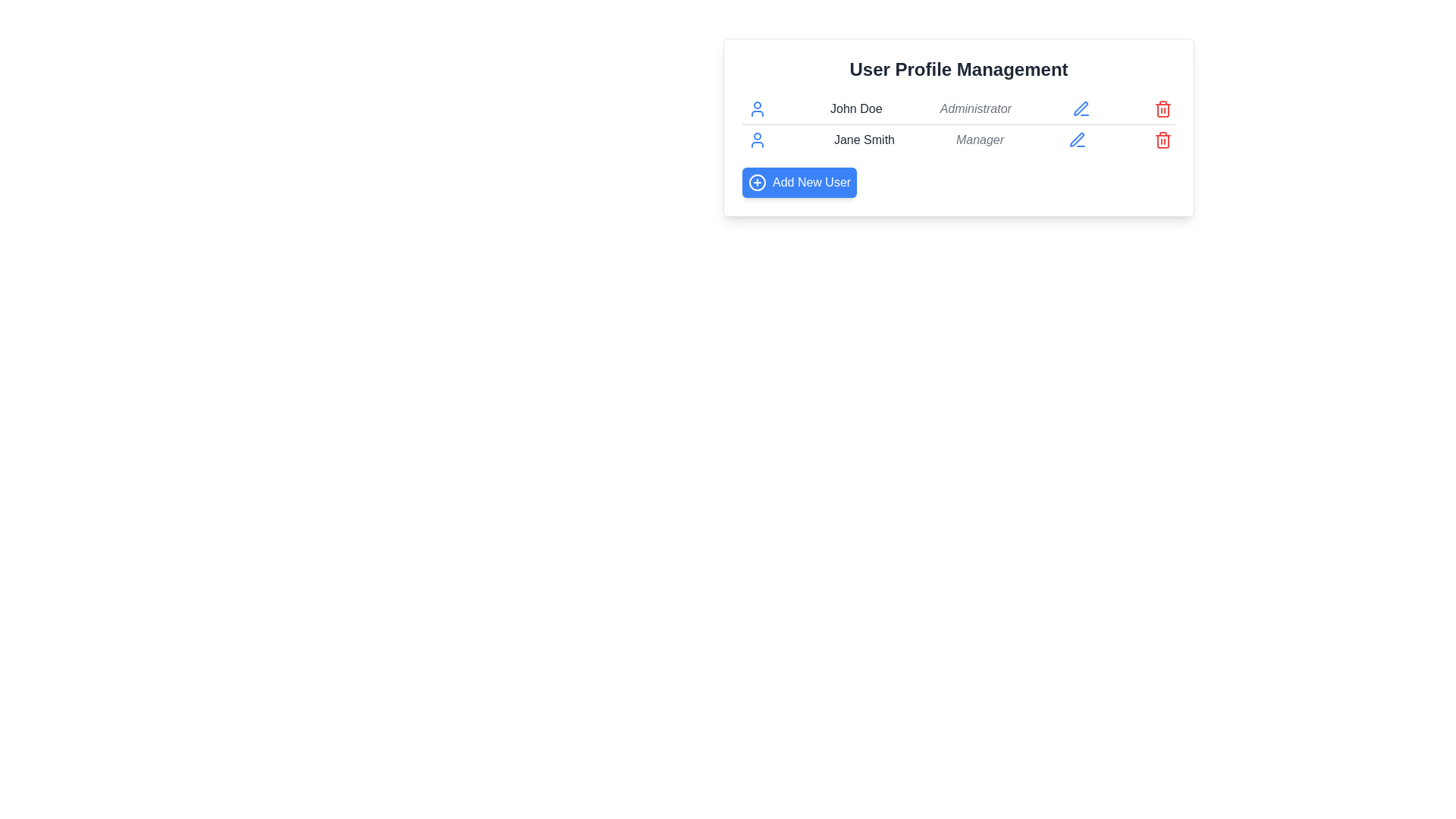 This screenshot has width=1456, height=819. What do you see at coordinates (980, 140) in the screenshot?
I see `the static text label displaying 'Manager' in italicized gray font, located adjacent to 'Jane Smith' in the second row of the user profile list` at bounding box center [980, 140].